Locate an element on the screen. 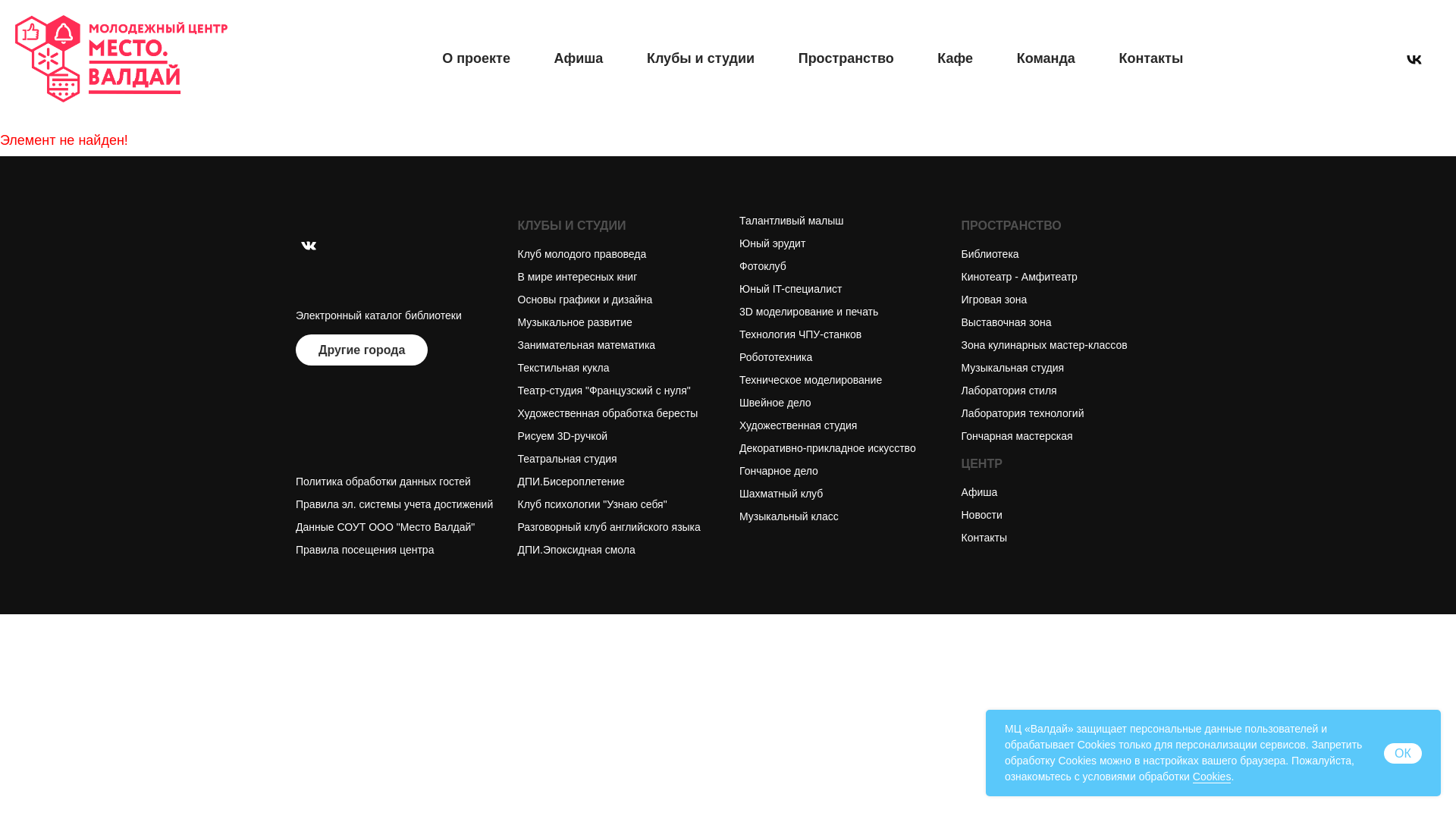 The width and height of the screenshot is (1456, 819). 'Cookies' is located at coordinates (1211, 777).